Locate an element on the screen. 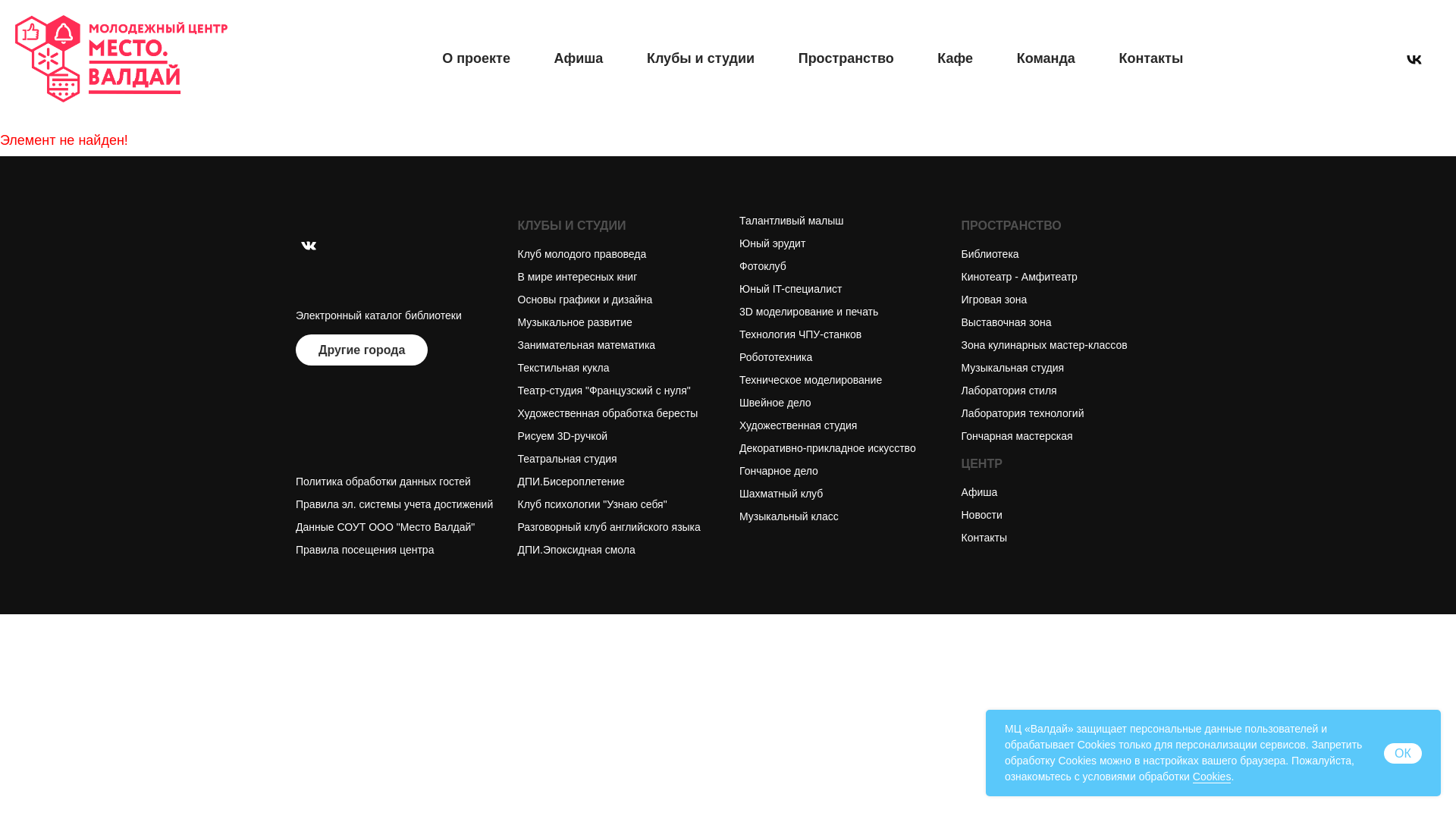 The width and height of the screenshot is (1456, 819). 'Cookies' is located at coordinates (1211, 777).